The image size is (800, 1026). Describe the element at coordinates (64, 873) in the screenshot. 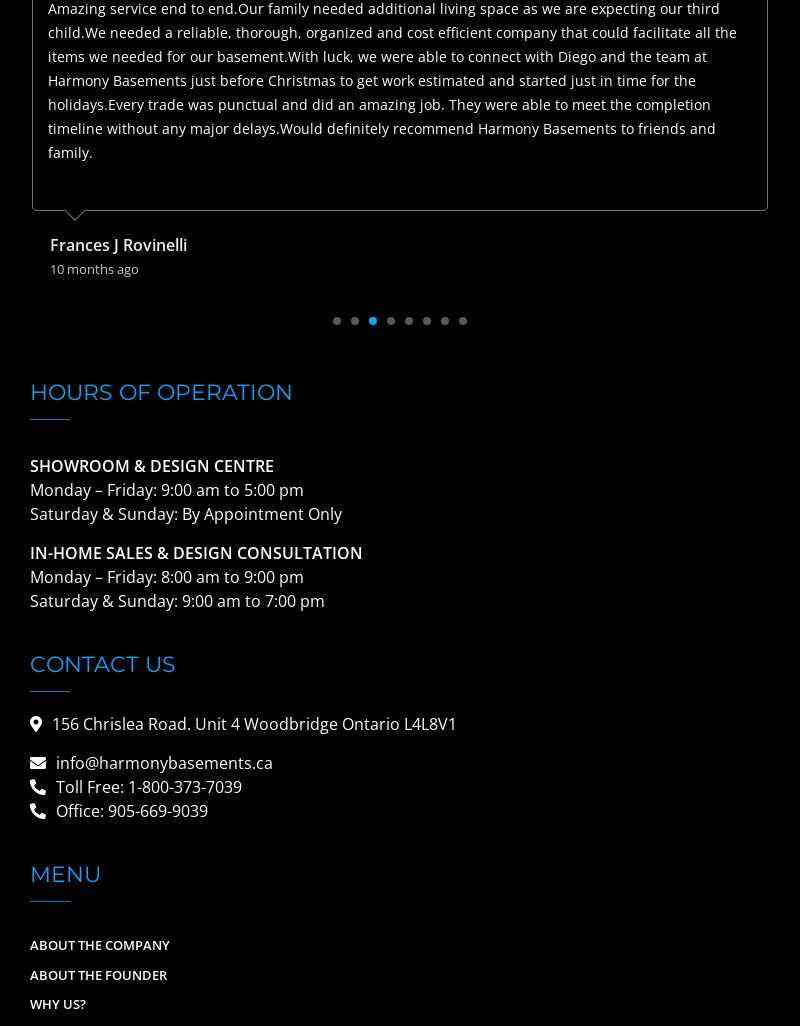

I see `'Menu'` at that location.